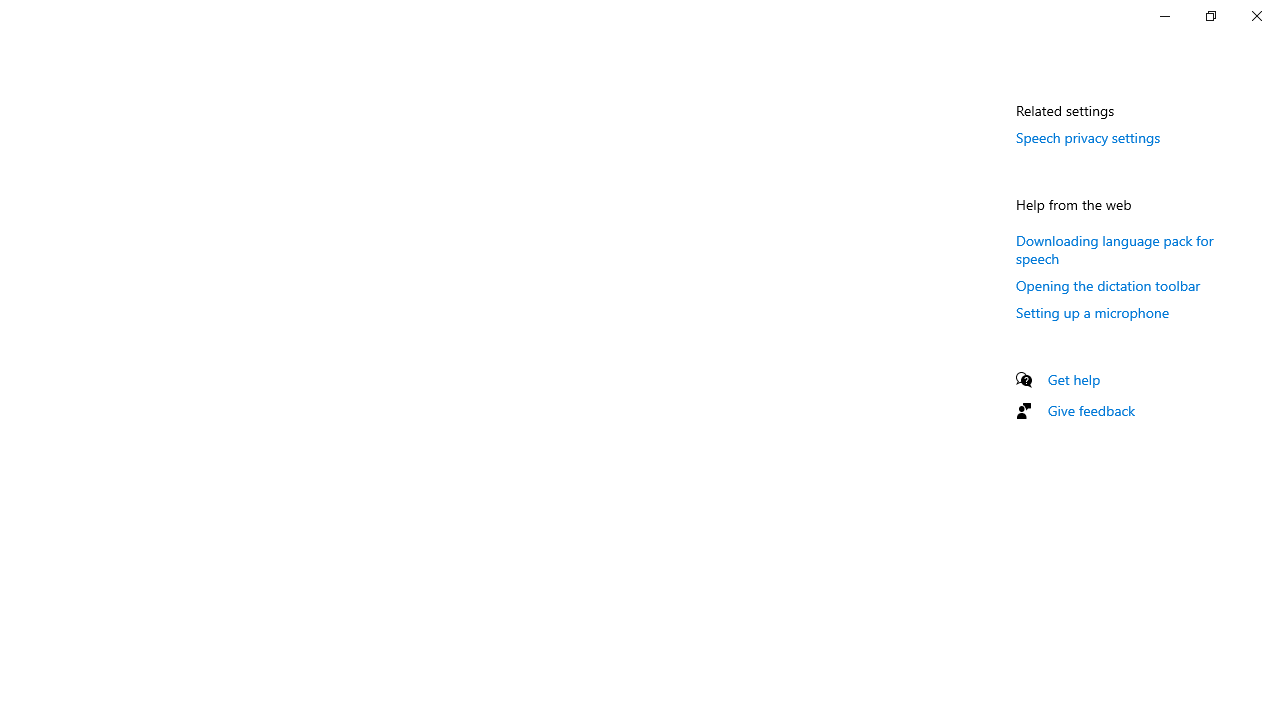 The image size is (1280, 720). Describe the element at coordinates (1087, 136) in the screenshot. I see `'Speech privacy settings'` at that location.